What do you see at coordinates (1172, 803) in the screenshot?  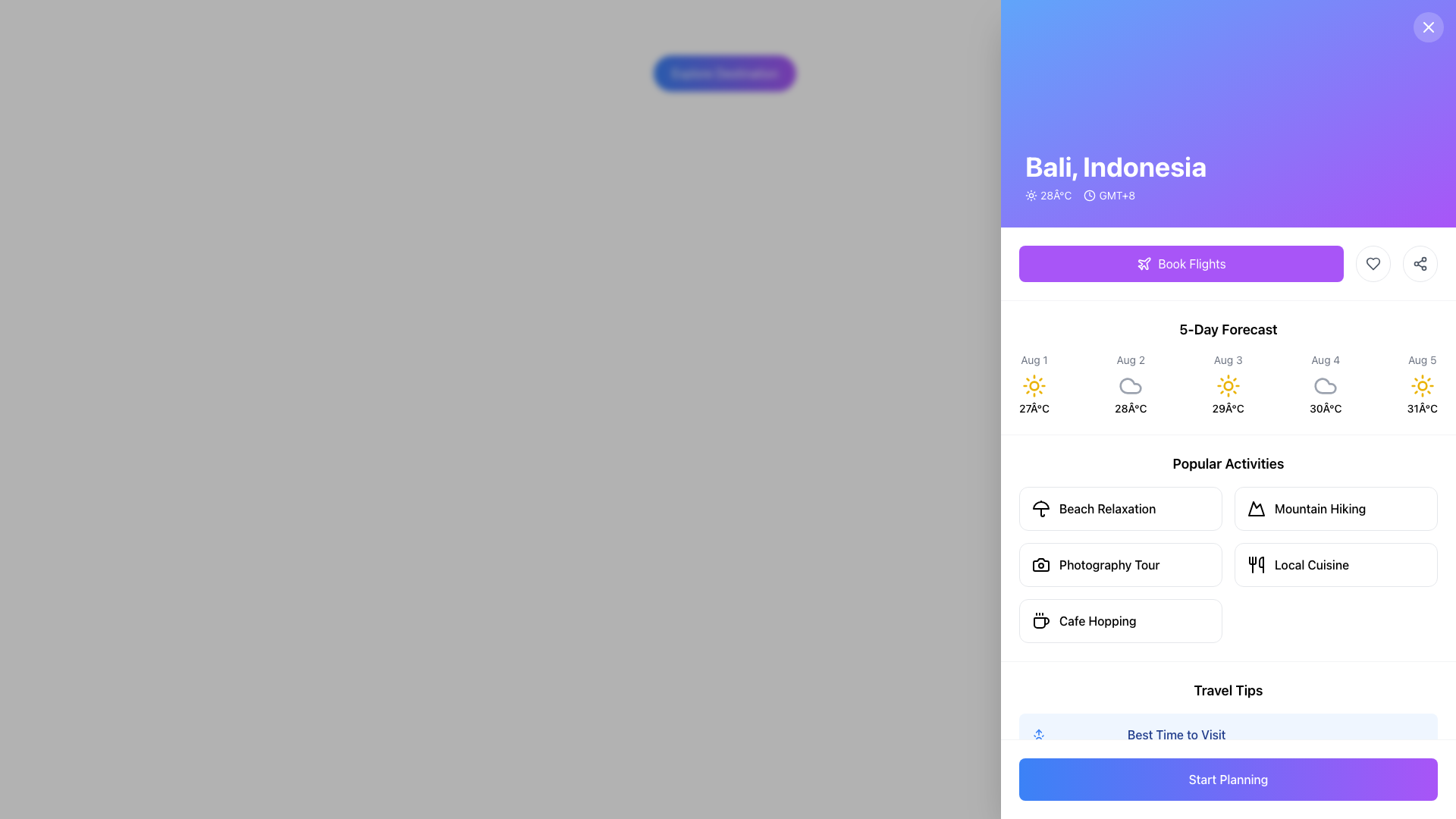 I see `the title text label located at the top of the 'Travel Tips' section, which introduces the related content below it` at bounding box center [1172, 803].